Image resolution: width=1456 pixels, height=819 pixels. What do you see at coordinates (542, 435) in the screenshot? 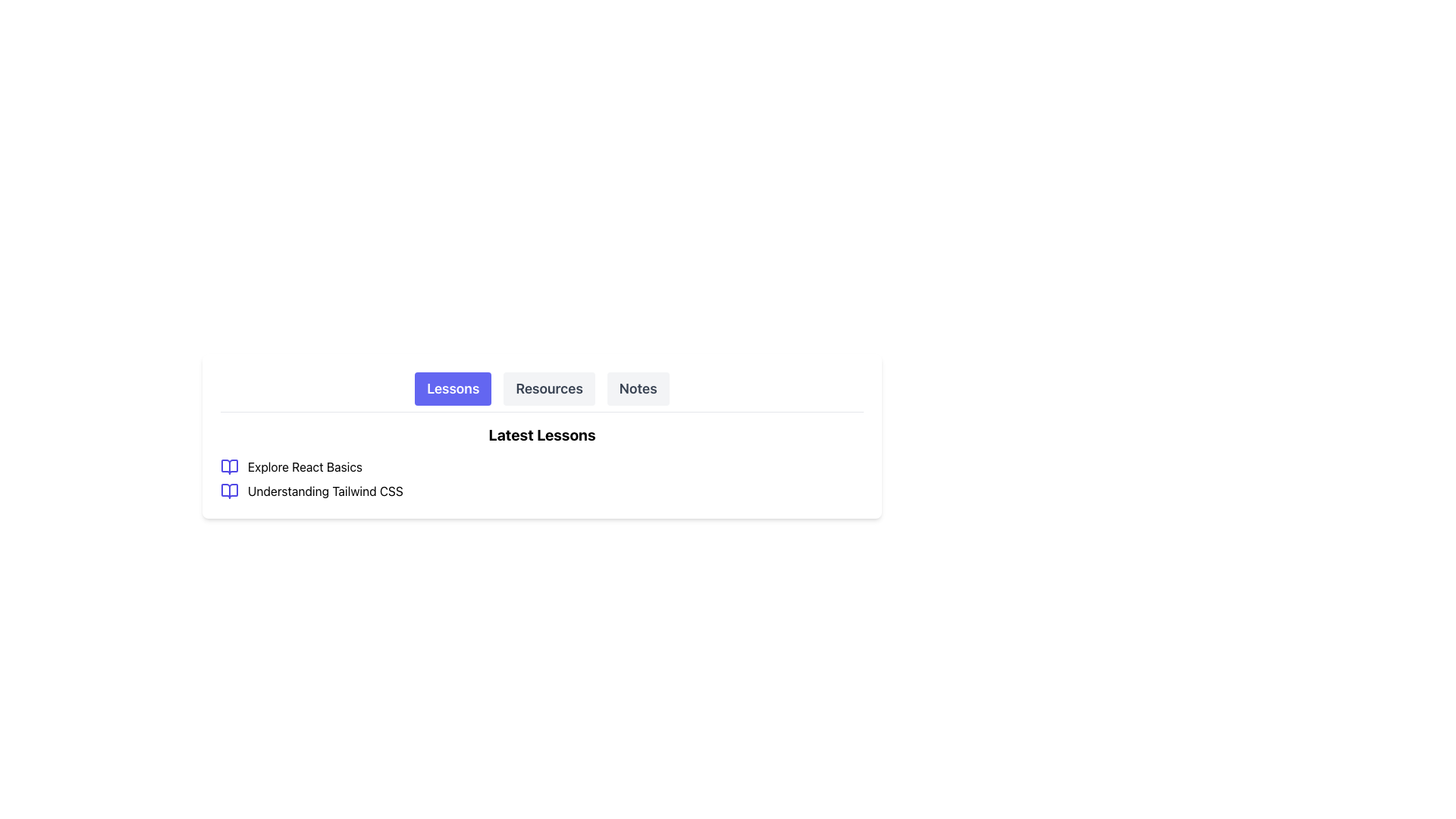
I see `the heading text that introduces the section listing educational materials, positioned directly above the lesson titles` at bounding box center [542, 435].